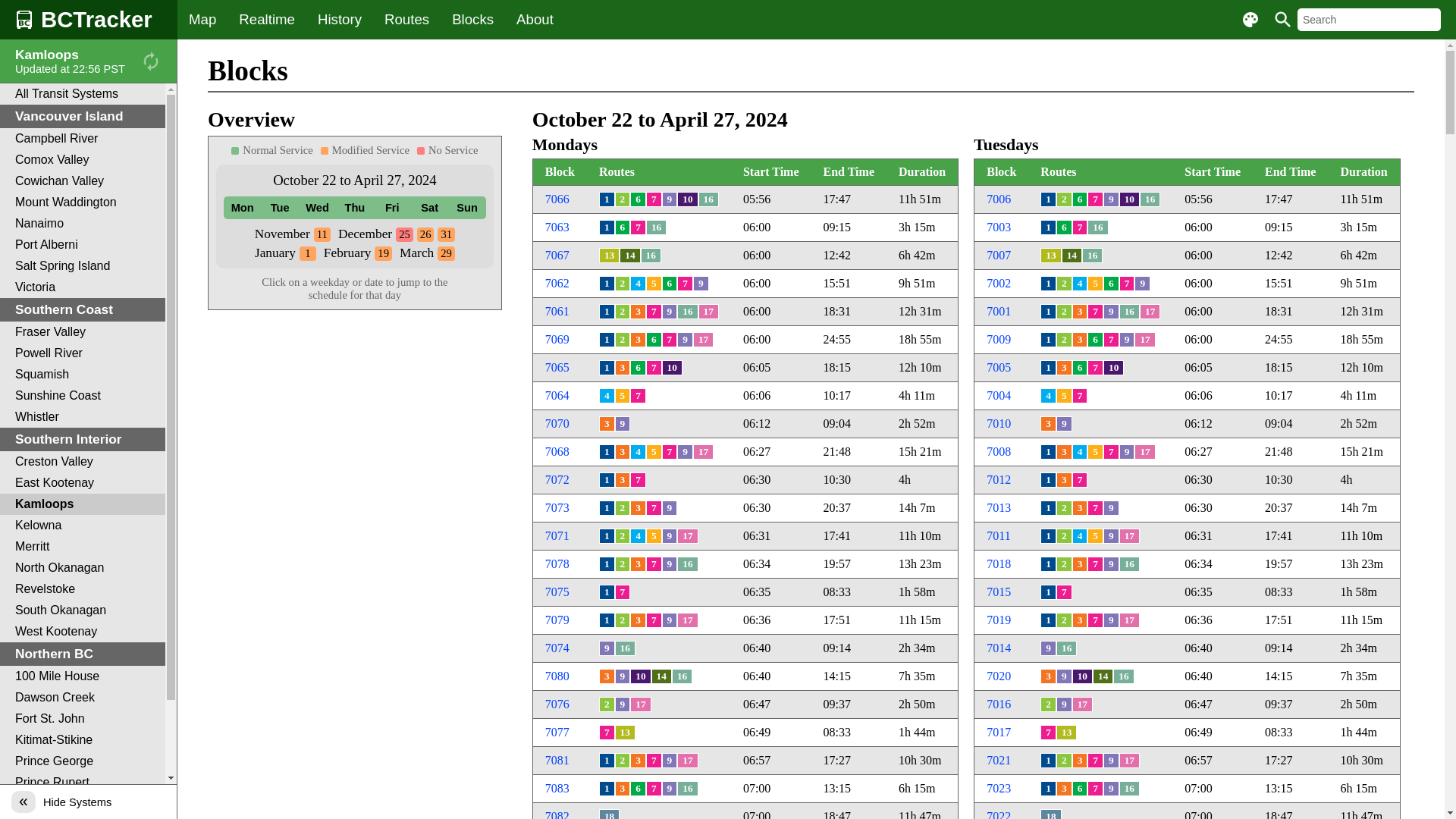 This screenshot has height=819, width=1456. I want to click on '7', so click(654, 368).